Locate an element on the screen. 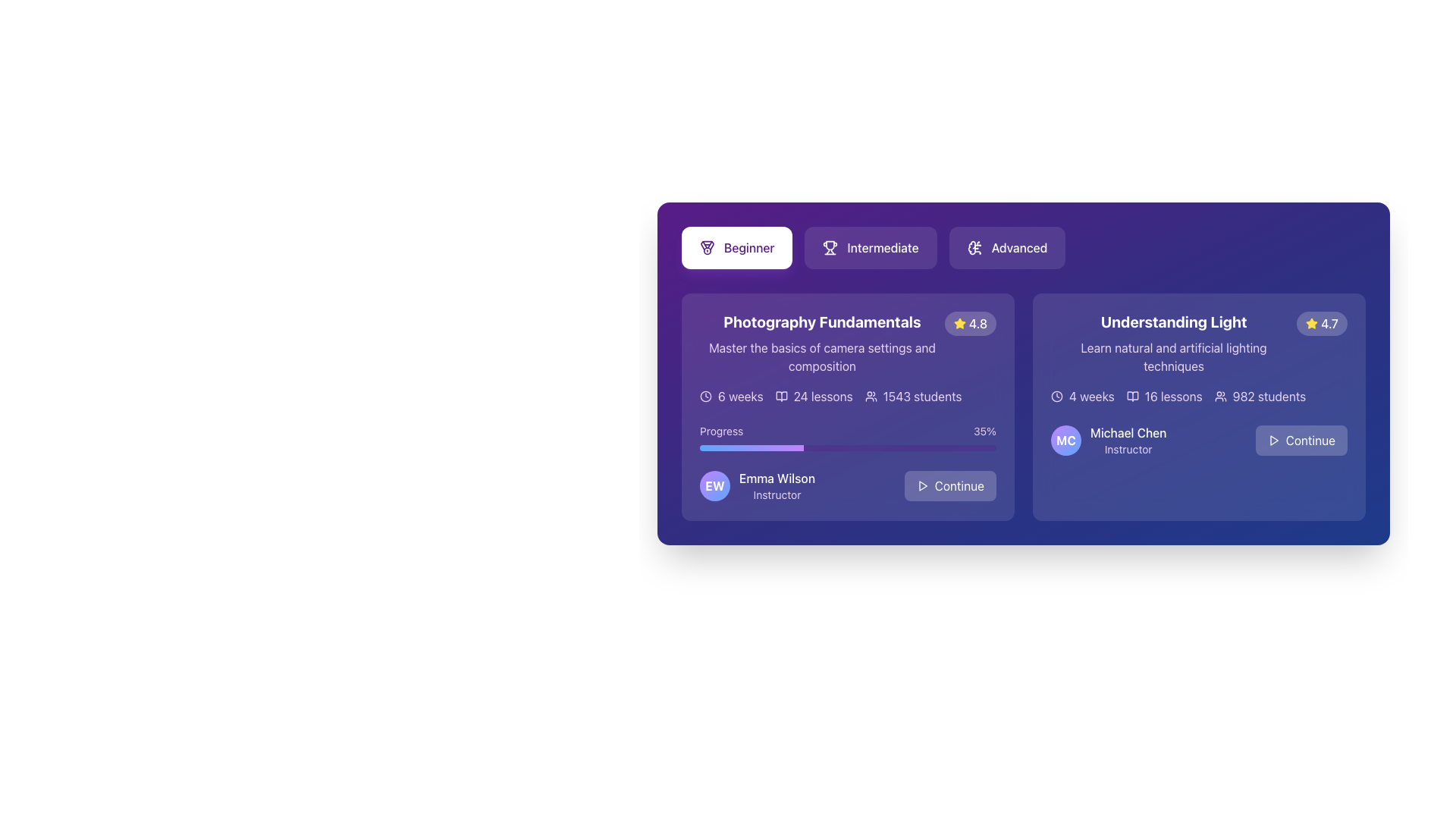  the Content Header with Rating Badge located at the top-left corner of the first course card, which presents the title, description, and rating of the course is located at coordinates (847, 343).